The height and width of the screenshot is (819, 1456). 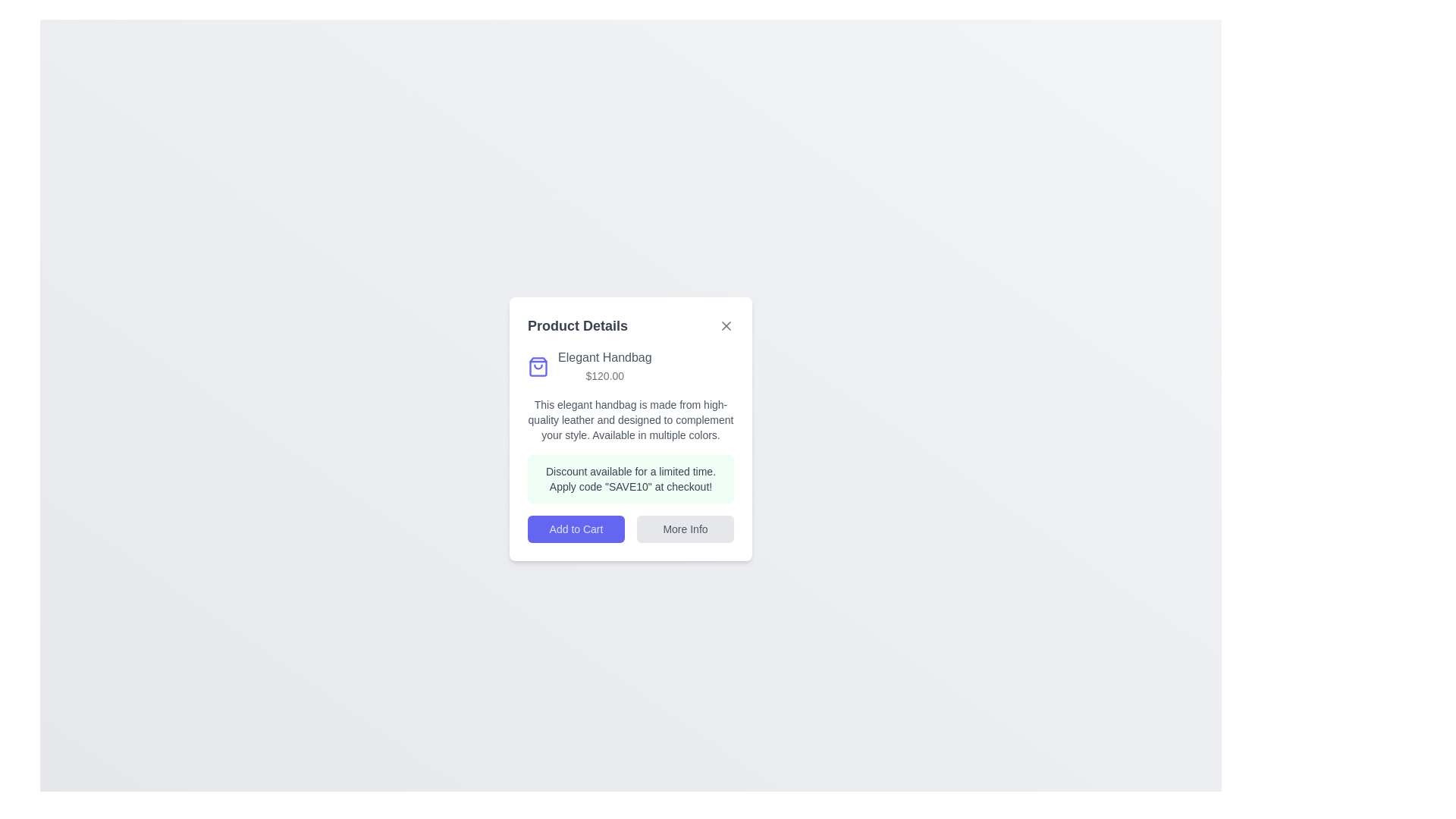 What do you see at coordinates (630, 366) in the screenshot?
I see `the 'Elegant Handbag' text within the product details popup to highlight it` at bounding box center [630, 366].